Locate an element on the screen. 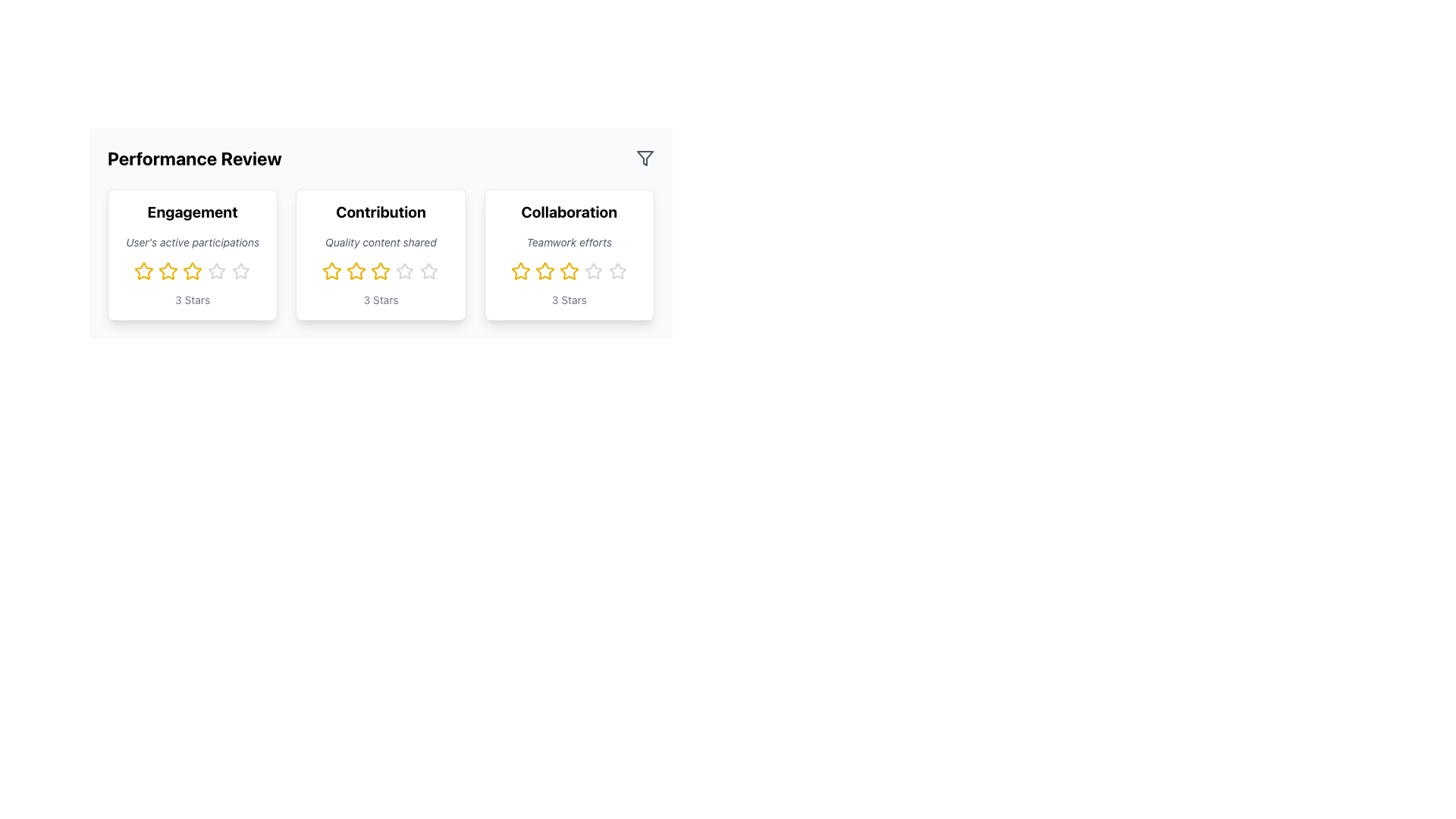  the card context that contains the bold 'Engagement' text element, which is the title of the section in the Performance Review area is located at coordinates (192, 212).